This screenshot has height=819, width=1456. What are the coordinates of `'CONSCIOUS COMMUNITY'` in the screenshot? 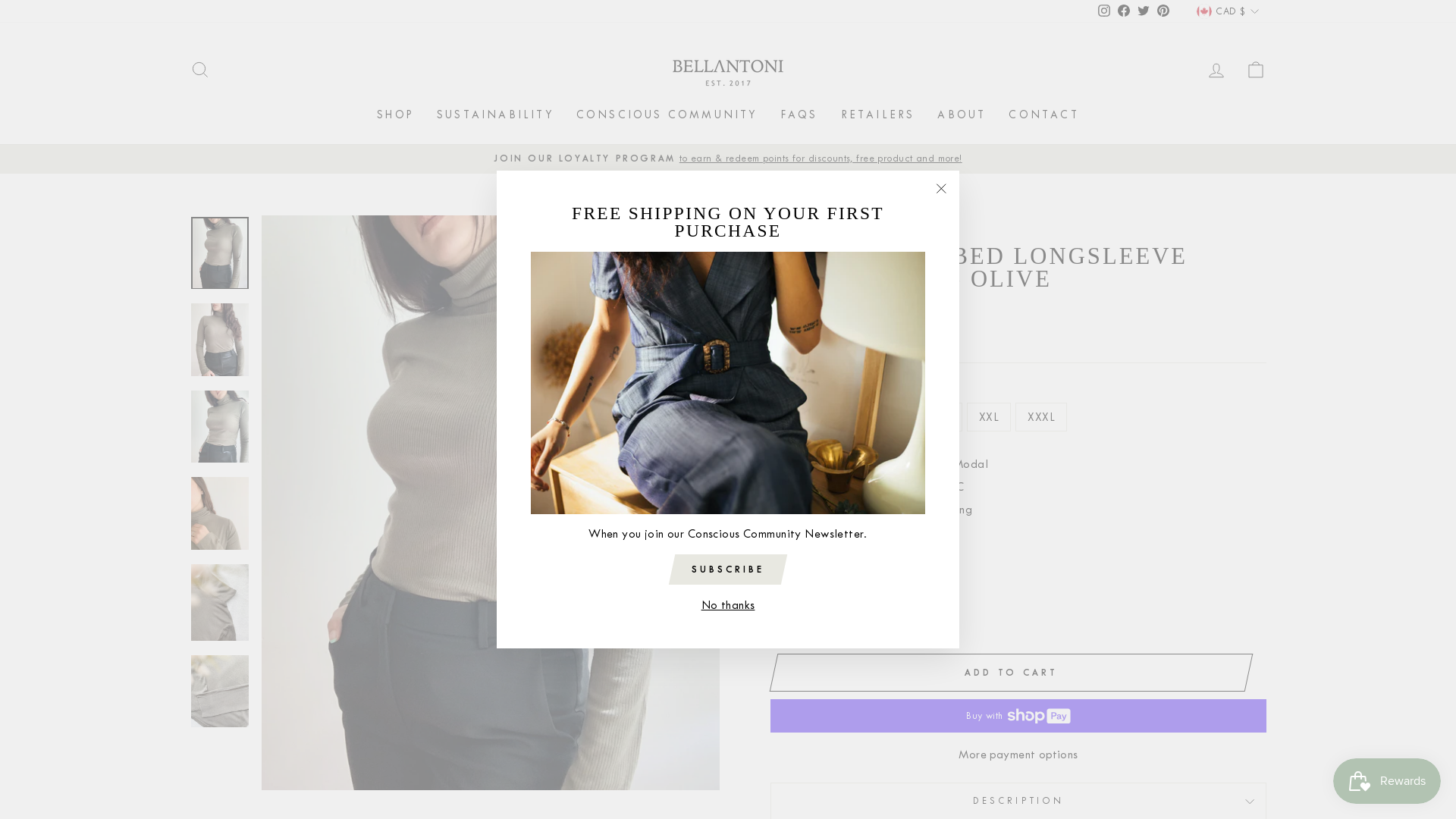 It's located at (667, 114).